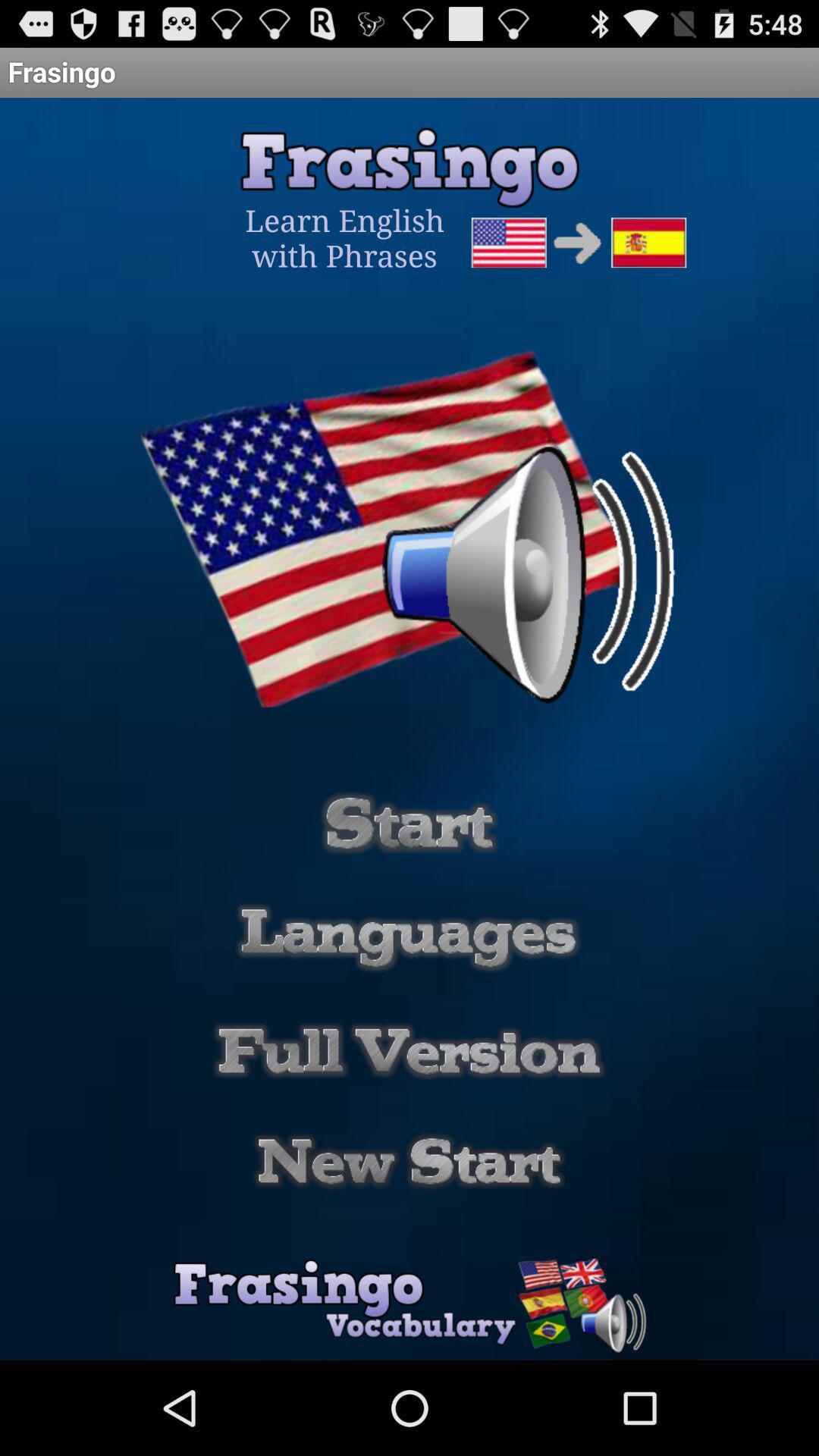 This screenshot has width=819, height=1456. What do you see at coordinates (409, 822) in the screenshot?
I see `start app` at bounding box center [409, 822].